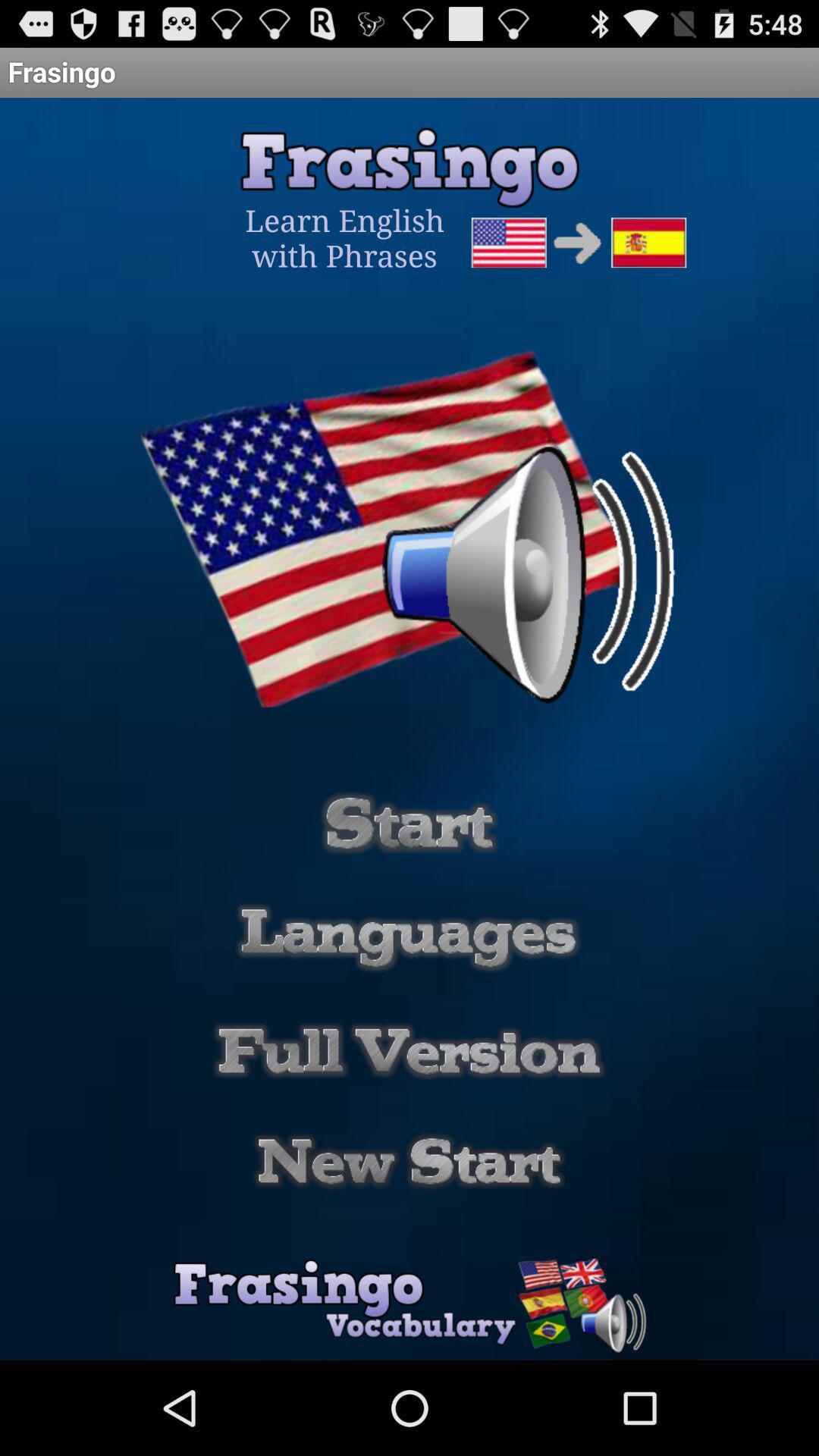 This screenshot has width=819, height=1456. What do you see at coordinates (409, 822) in the screenshot?
I see `start app` at bounding box center [409, 822].